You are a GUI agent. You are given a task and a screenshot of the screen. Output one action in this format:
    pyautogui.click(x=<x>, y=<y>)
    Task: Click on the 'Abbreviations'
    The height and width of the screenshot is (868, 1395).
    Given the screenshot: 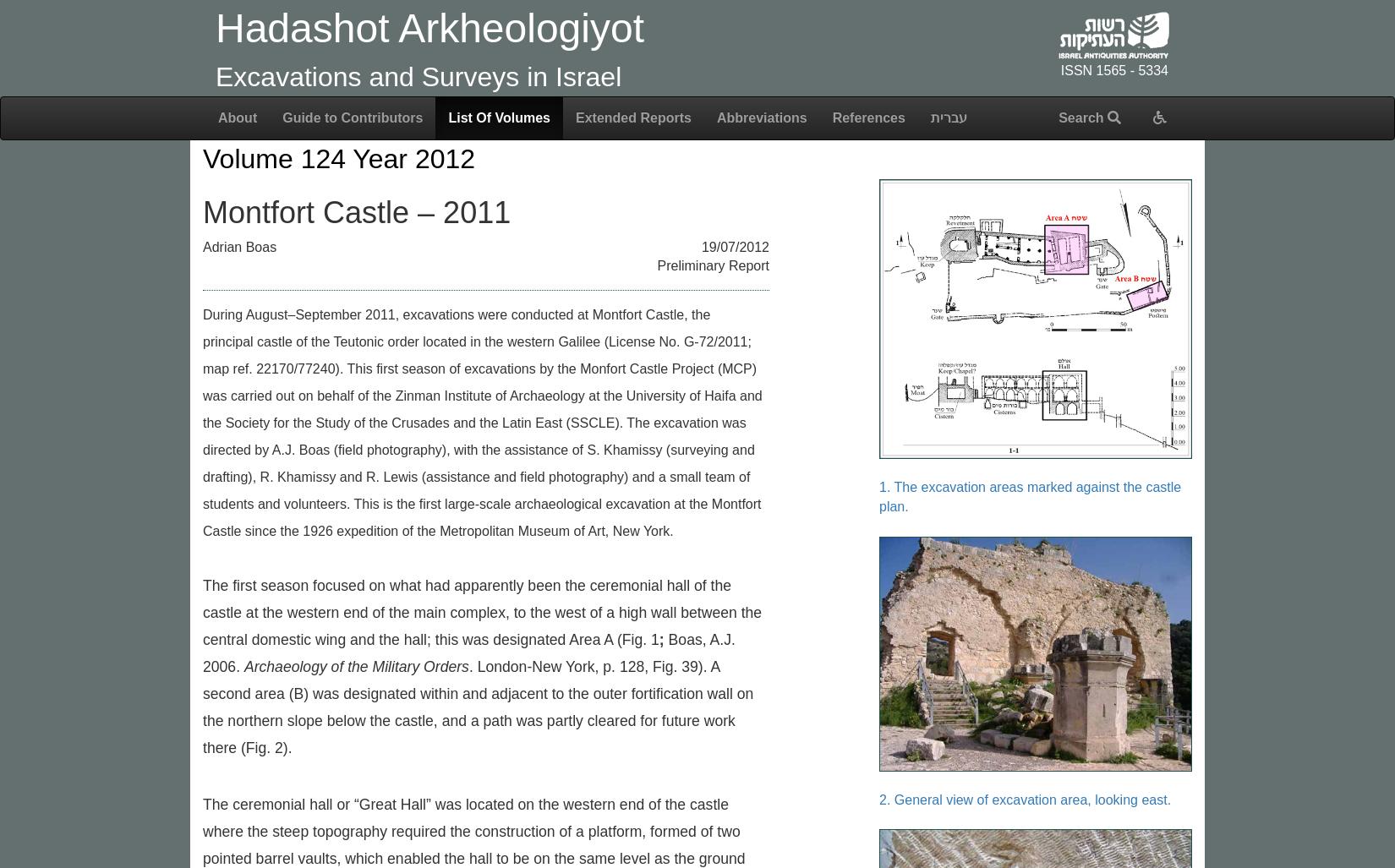 What is the action you would take?
    pyautogui.click(x=761, y=117)
    